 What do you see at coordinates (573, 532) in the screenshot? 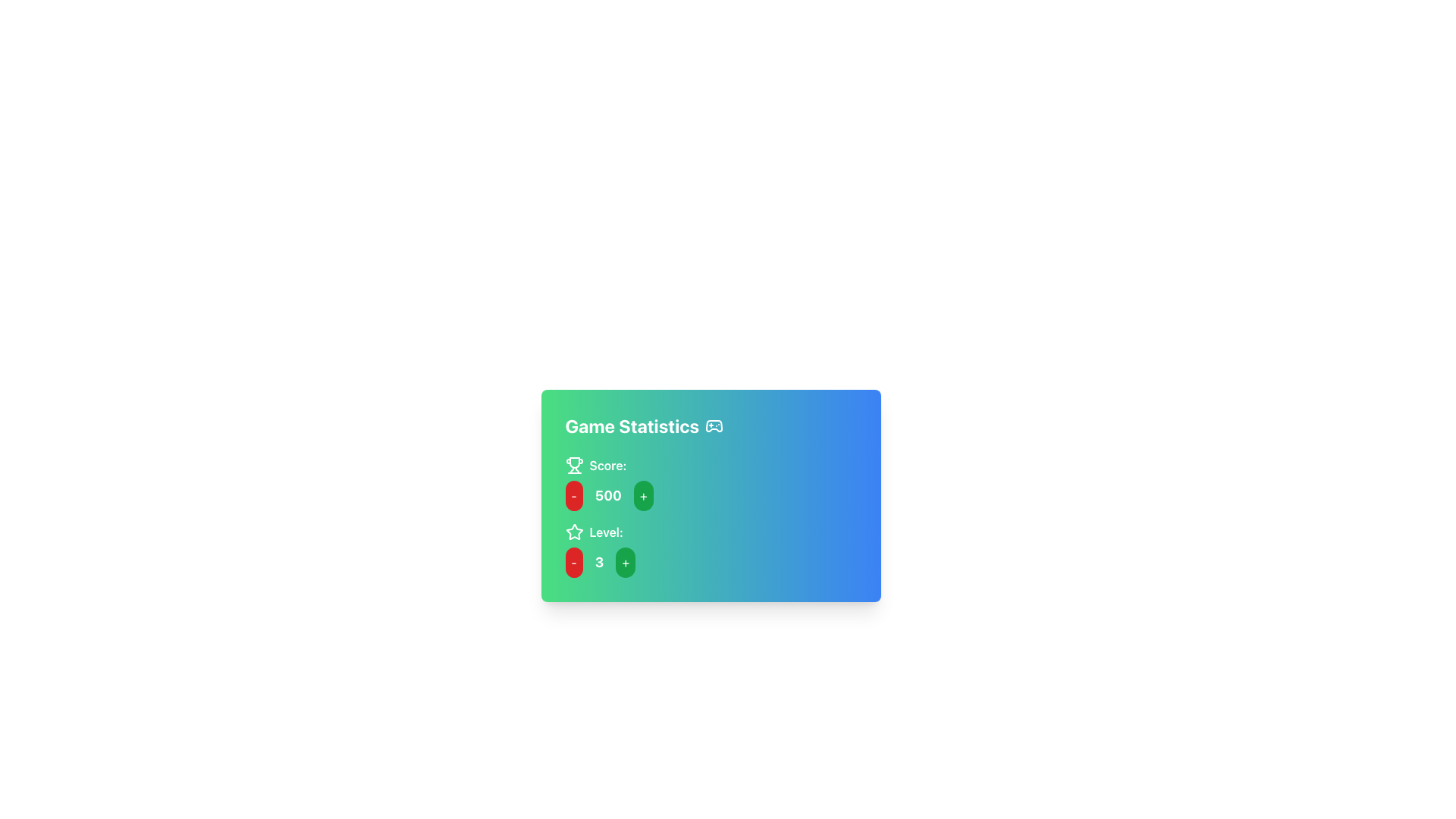
I see `the star icon located to the left of the 'Level:' label, which is styled with an outline and has a smooth, rounded design` at bounding box center [573, 532].